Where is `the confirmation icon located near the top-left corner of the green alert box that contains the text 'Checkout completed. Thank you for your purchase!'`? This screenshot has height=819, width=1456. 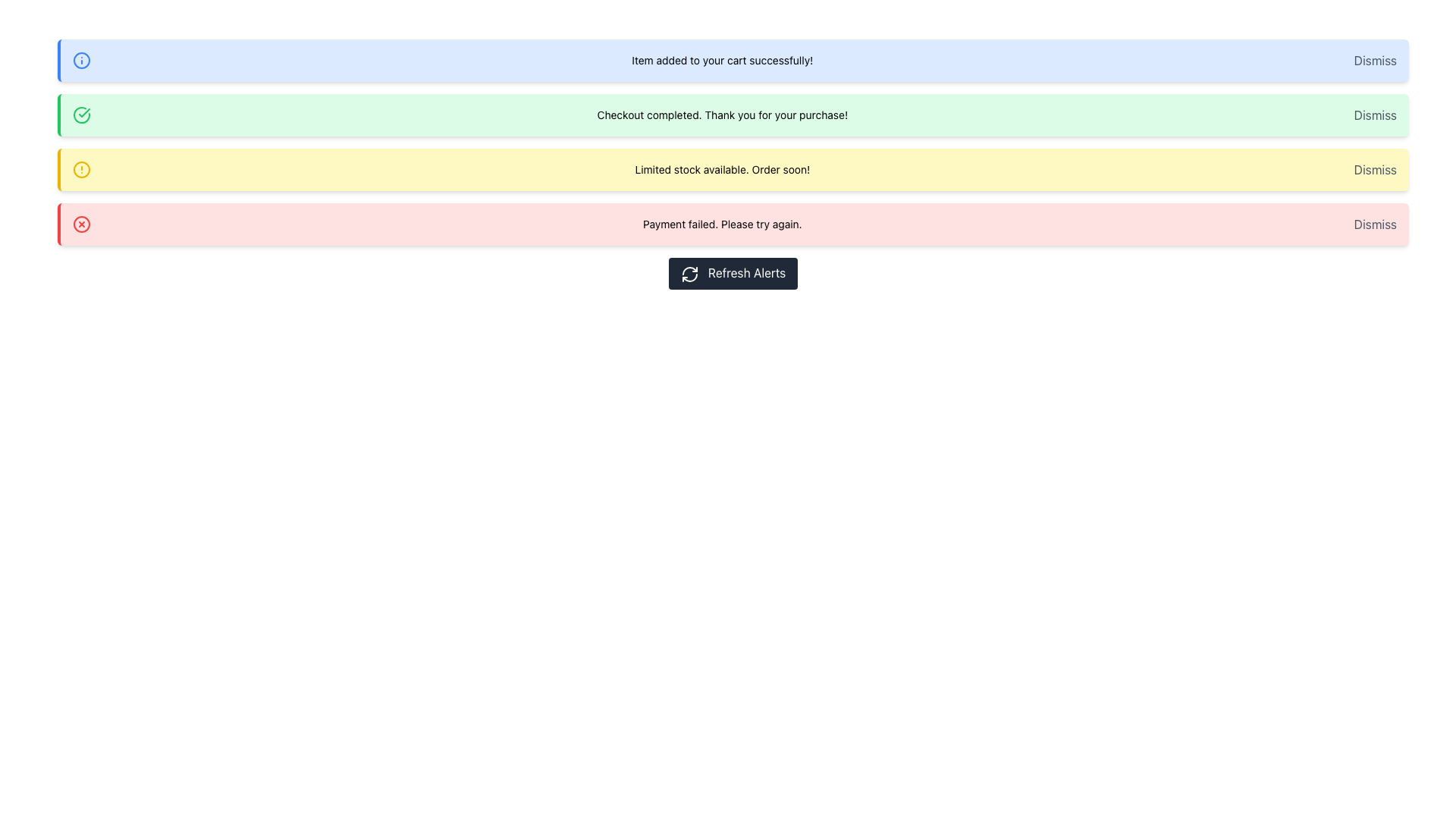
the confirmation icon located near the top-left corner of the green alert box that contains the text 'Checkout completed. Thank you for your purchase!' is located at coordinates (81, 114).